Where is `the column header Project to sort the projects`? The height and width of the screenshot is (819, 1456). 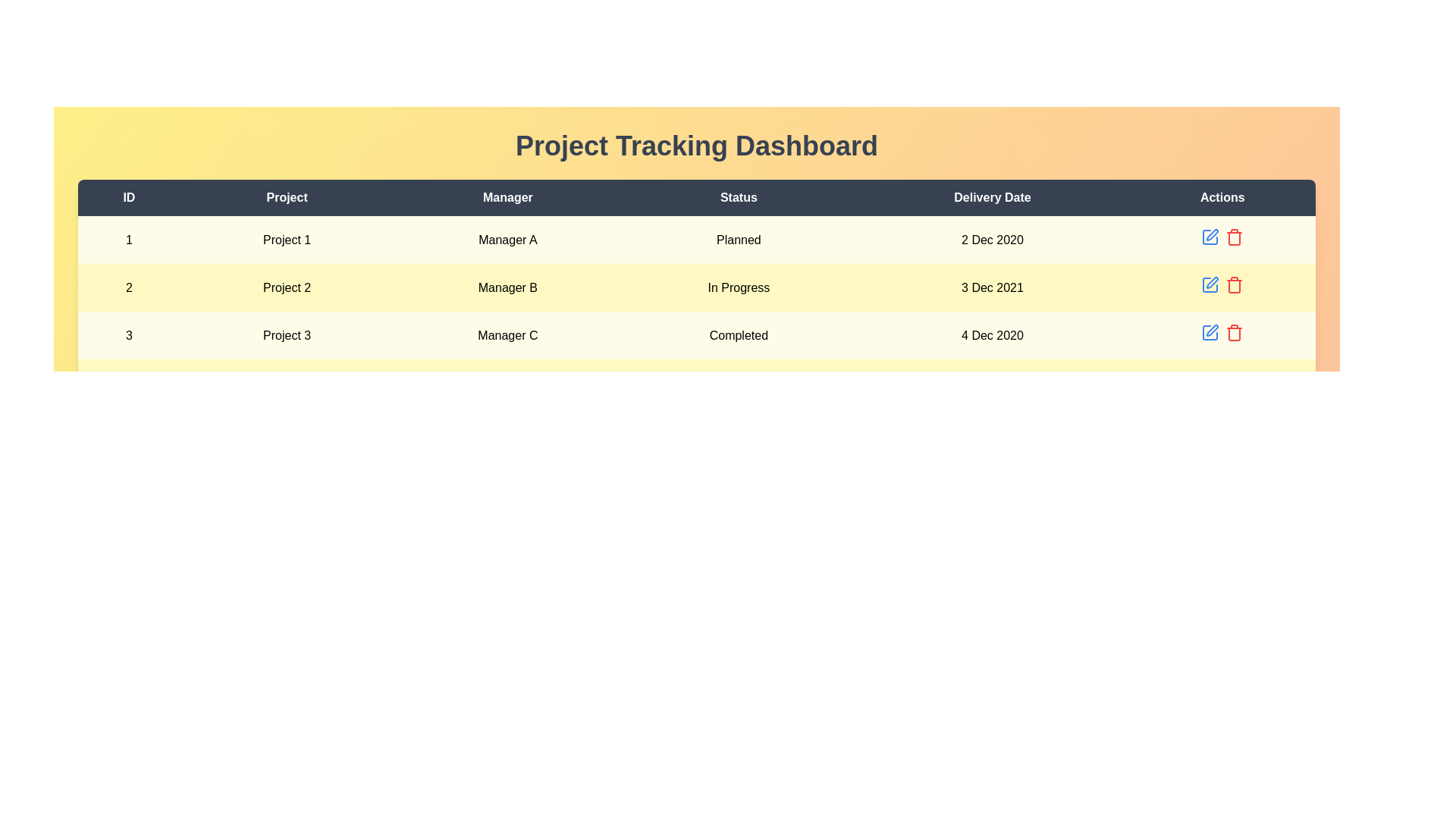
the column header Project to sort the projects is located at coordinates (287, 197).